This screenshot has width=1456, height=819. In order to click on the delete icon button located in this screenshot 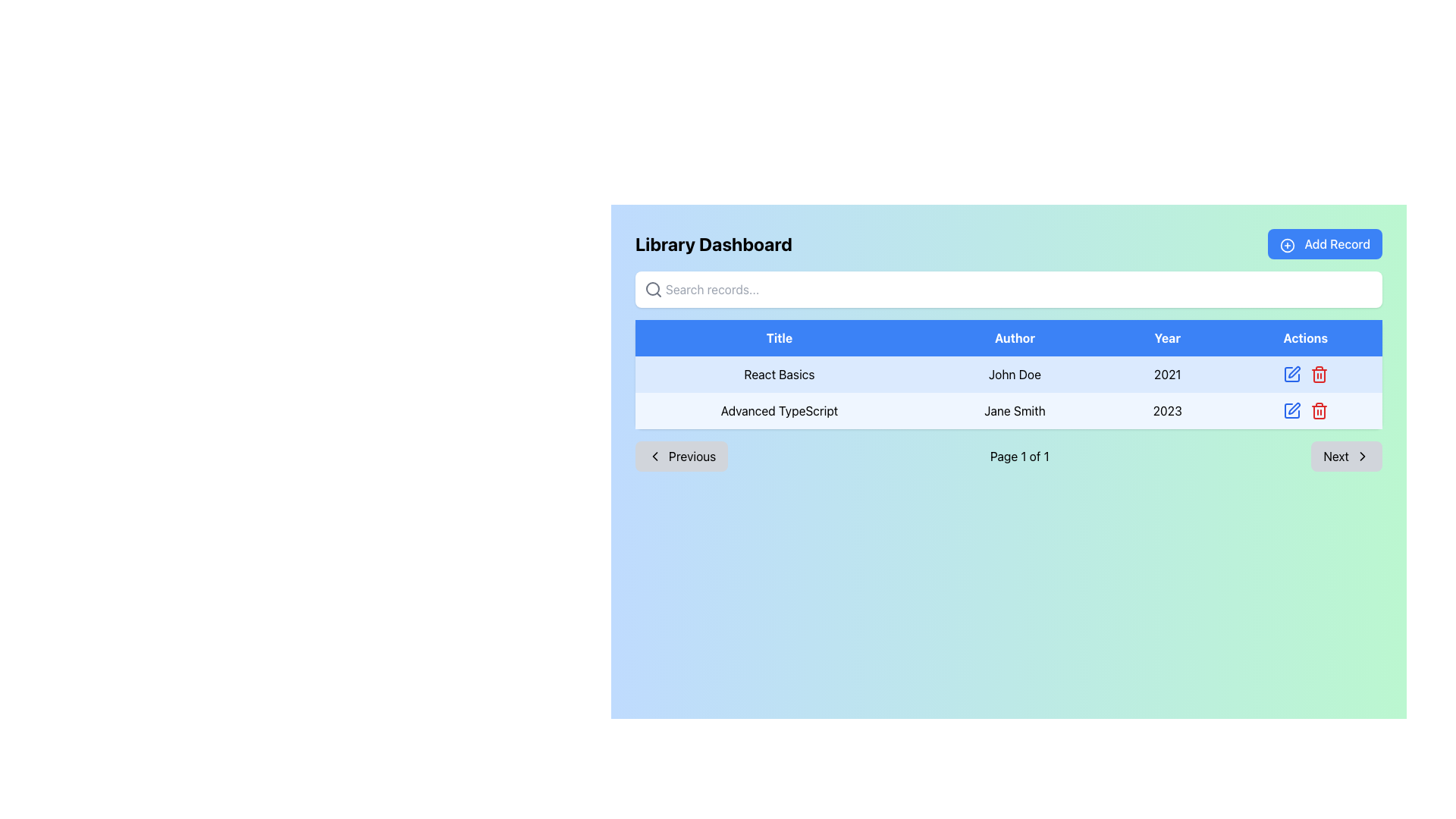, I will do `click(1318, 411)`.